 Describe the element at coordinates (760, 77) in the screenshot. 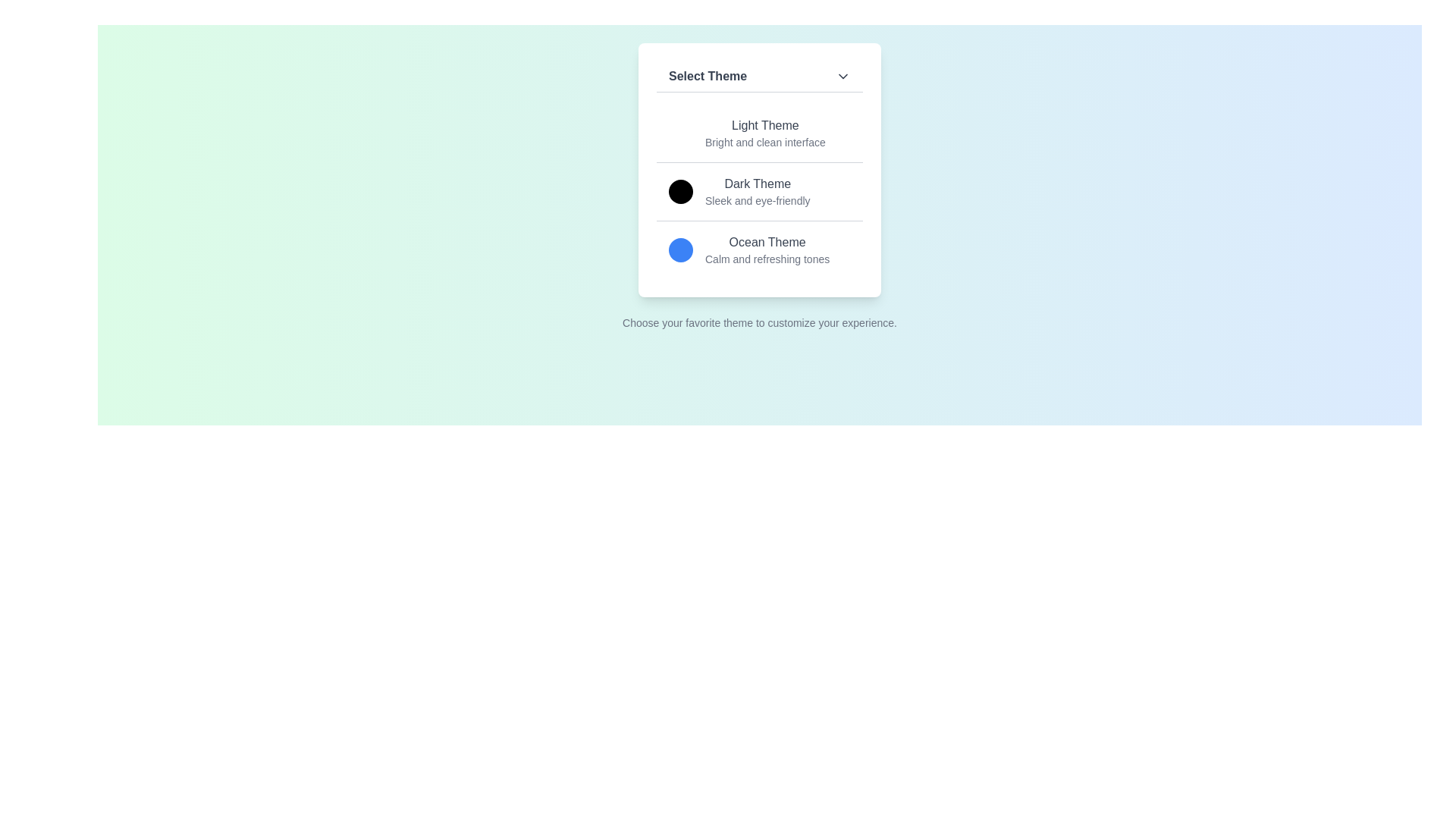

I see `'Select Theme' button to toggle the menu's state` at that location.